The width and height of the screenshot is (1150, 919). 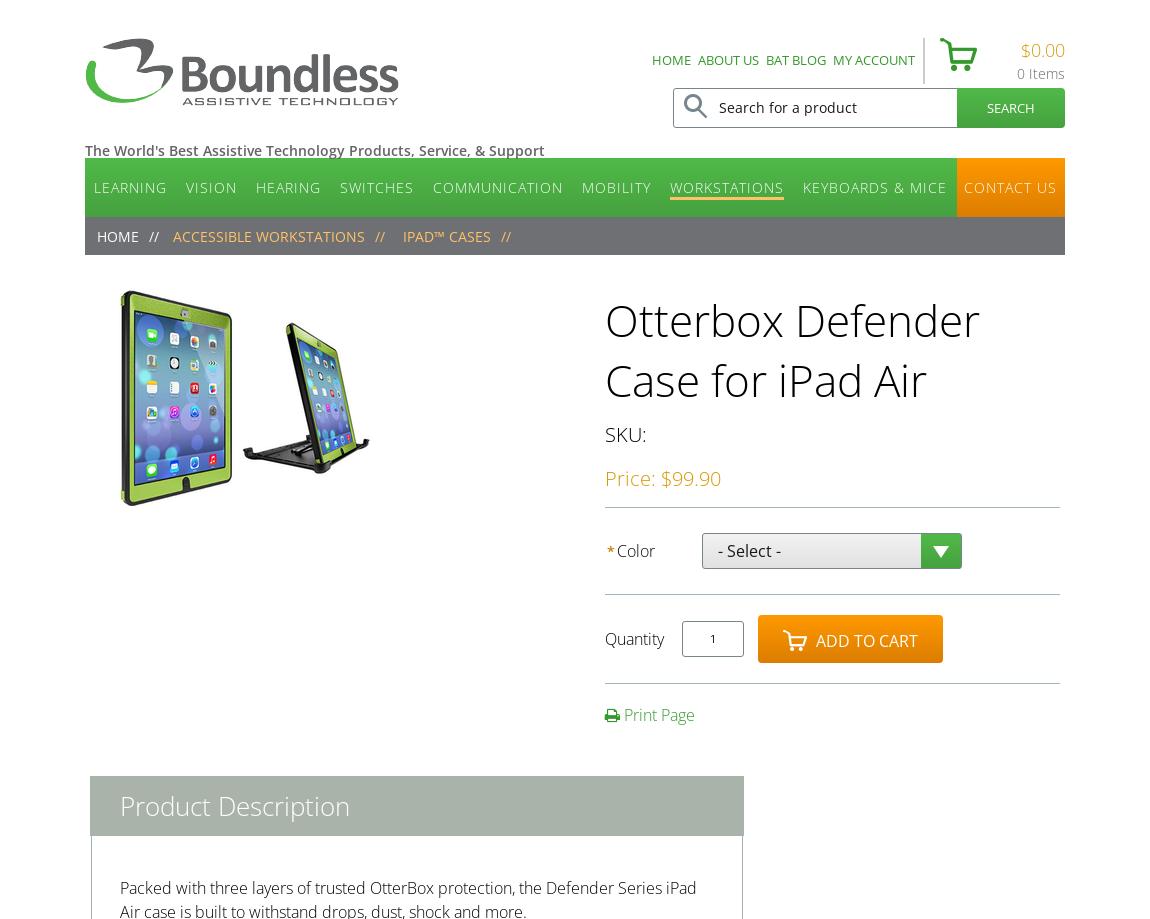 What do you see at coordinates (651, 248) in the screenshot?
I see `'Environmental Control'` at bounding box center [651, 248].